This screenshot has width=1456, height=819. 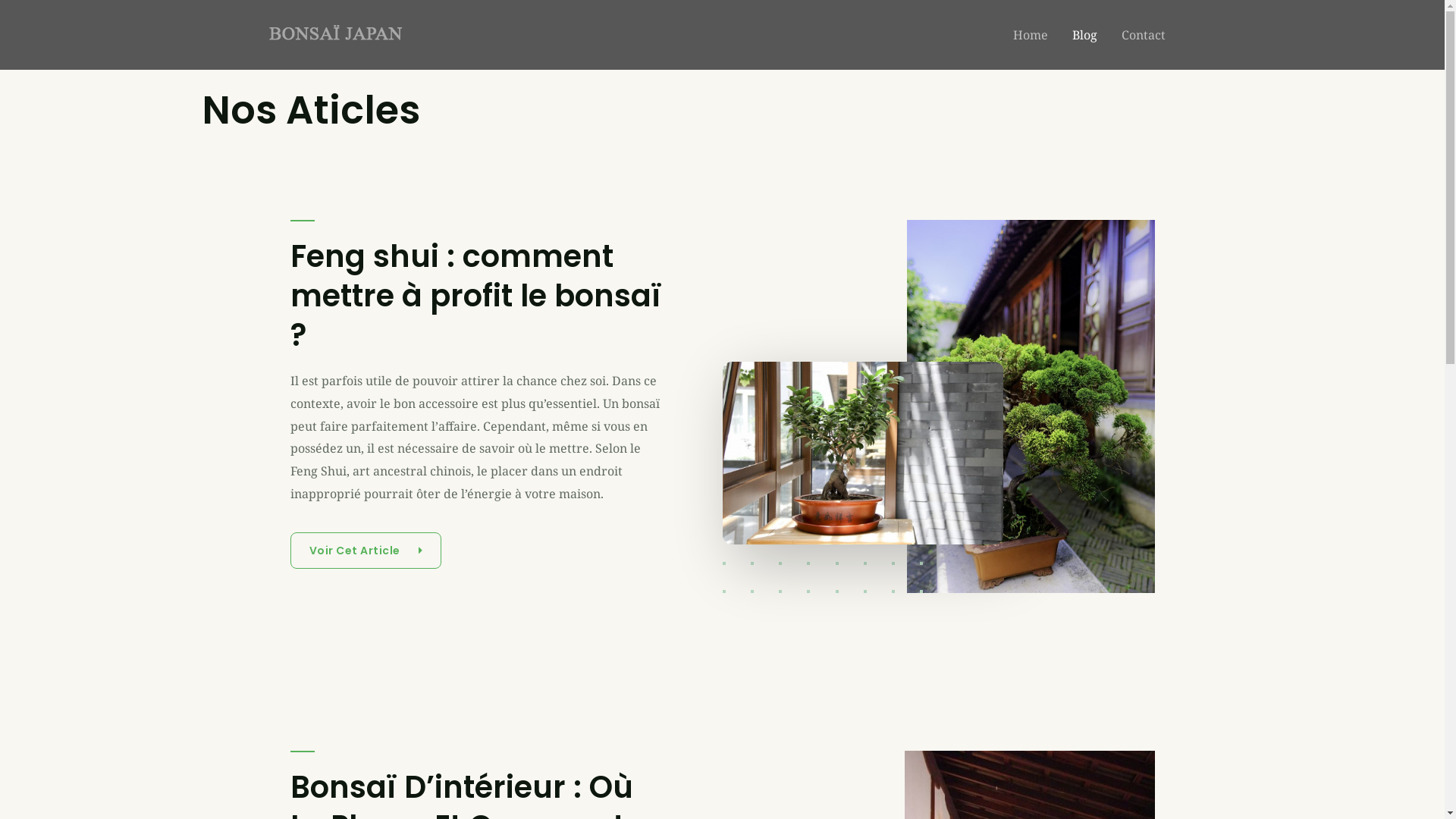 What do you see at coordinates (1030, 34) in the screenshot?
I see `'Home'` at bounding box center [1030, 34].